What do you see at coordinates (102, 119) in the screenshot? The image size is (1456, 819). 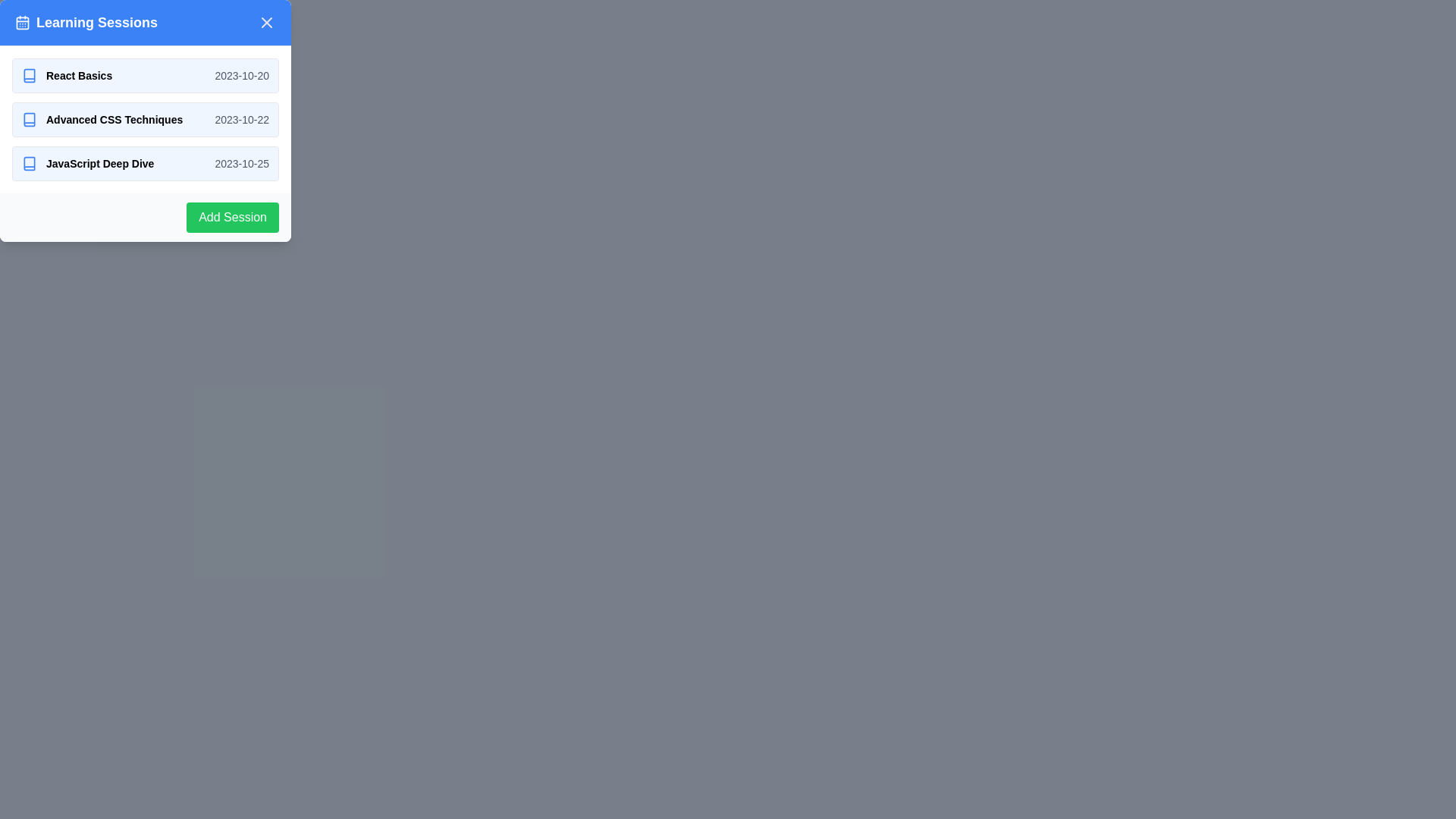 I see `the list item representing the learning session titled 'Advanced CSS Techniques'` at bounding box center [102, 119].